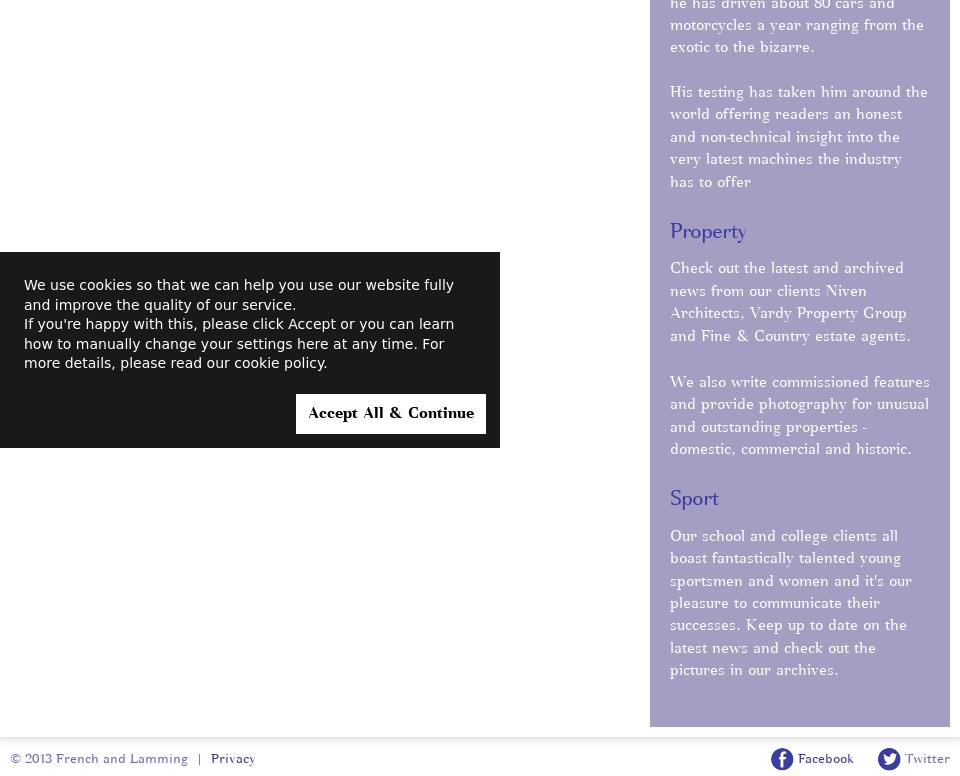 The height and width of the screenshot is (776, 960). Describe the element at coordinates (899, 756) in the screenshot. I see `'Twitter'` at that location.